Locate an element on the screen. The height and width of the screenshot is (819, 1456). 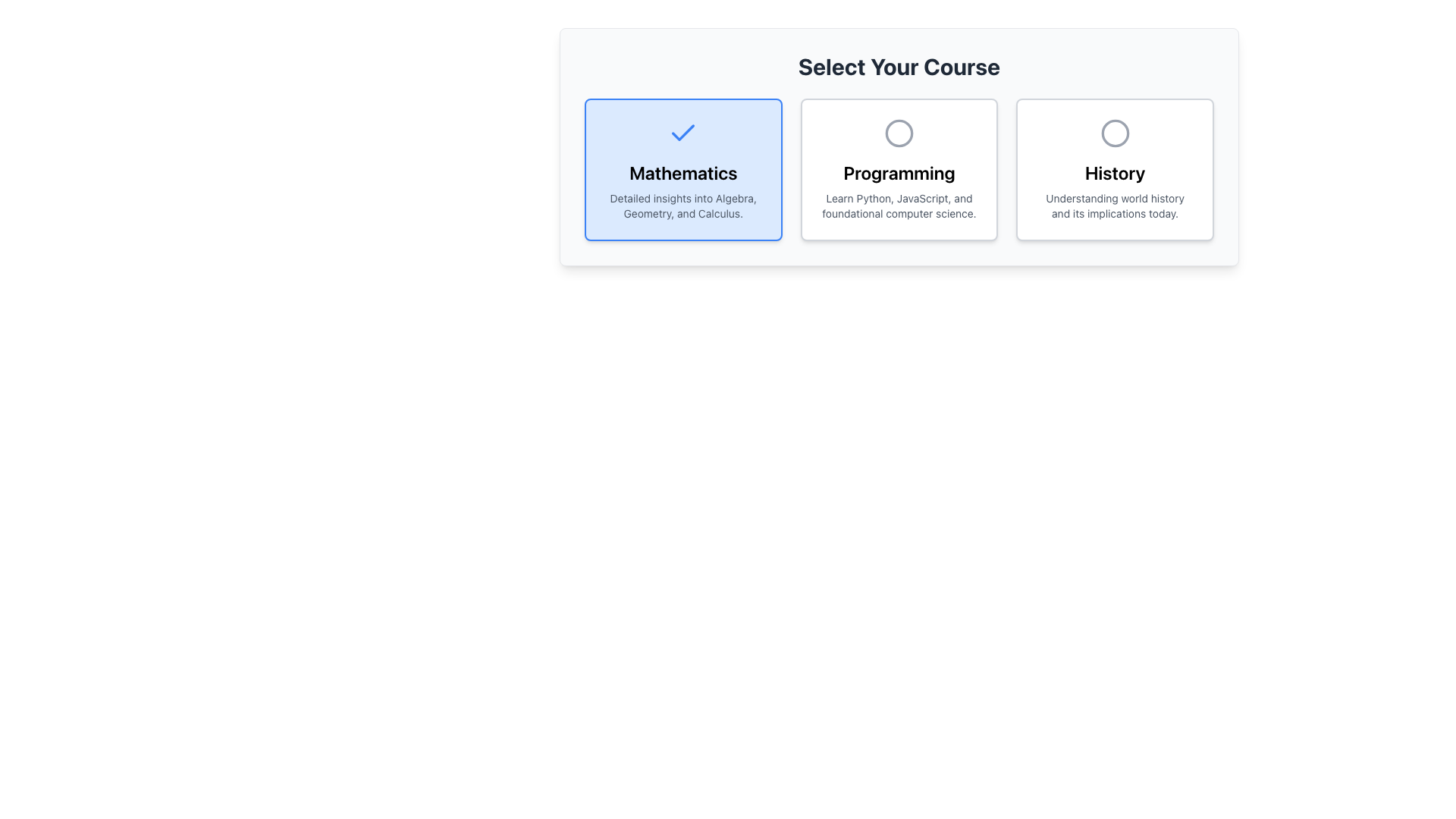
the 'History' course card, which is the rightmost card in a three-column layout, featuring a circular icon at the top and bold text reading 'History.' is located at coordinates (1115, 169).